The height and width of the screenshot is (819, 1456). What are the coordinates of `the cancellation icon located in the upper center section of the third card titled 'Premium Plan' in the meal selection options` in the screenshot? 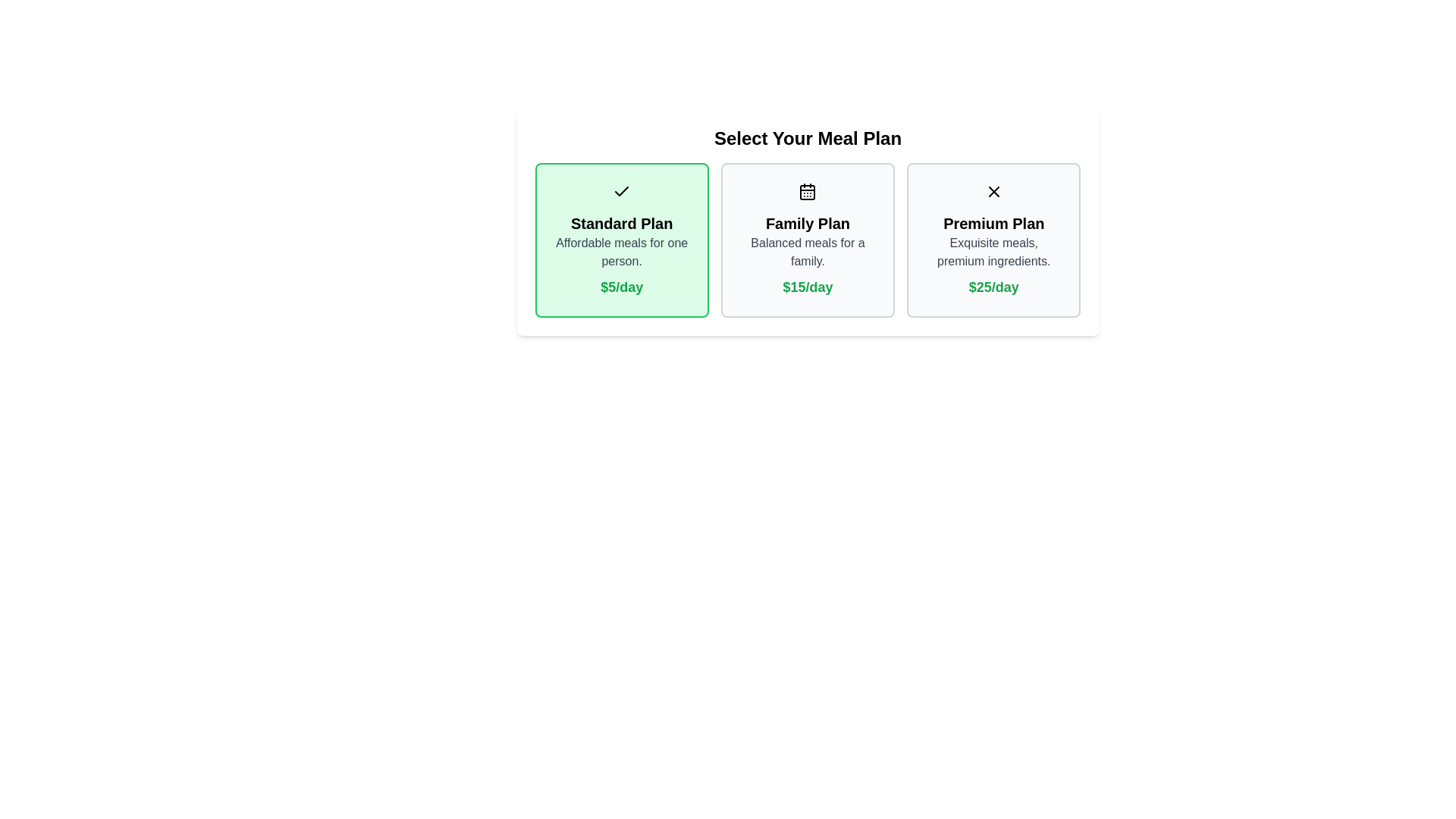 It's located at (993, 191).